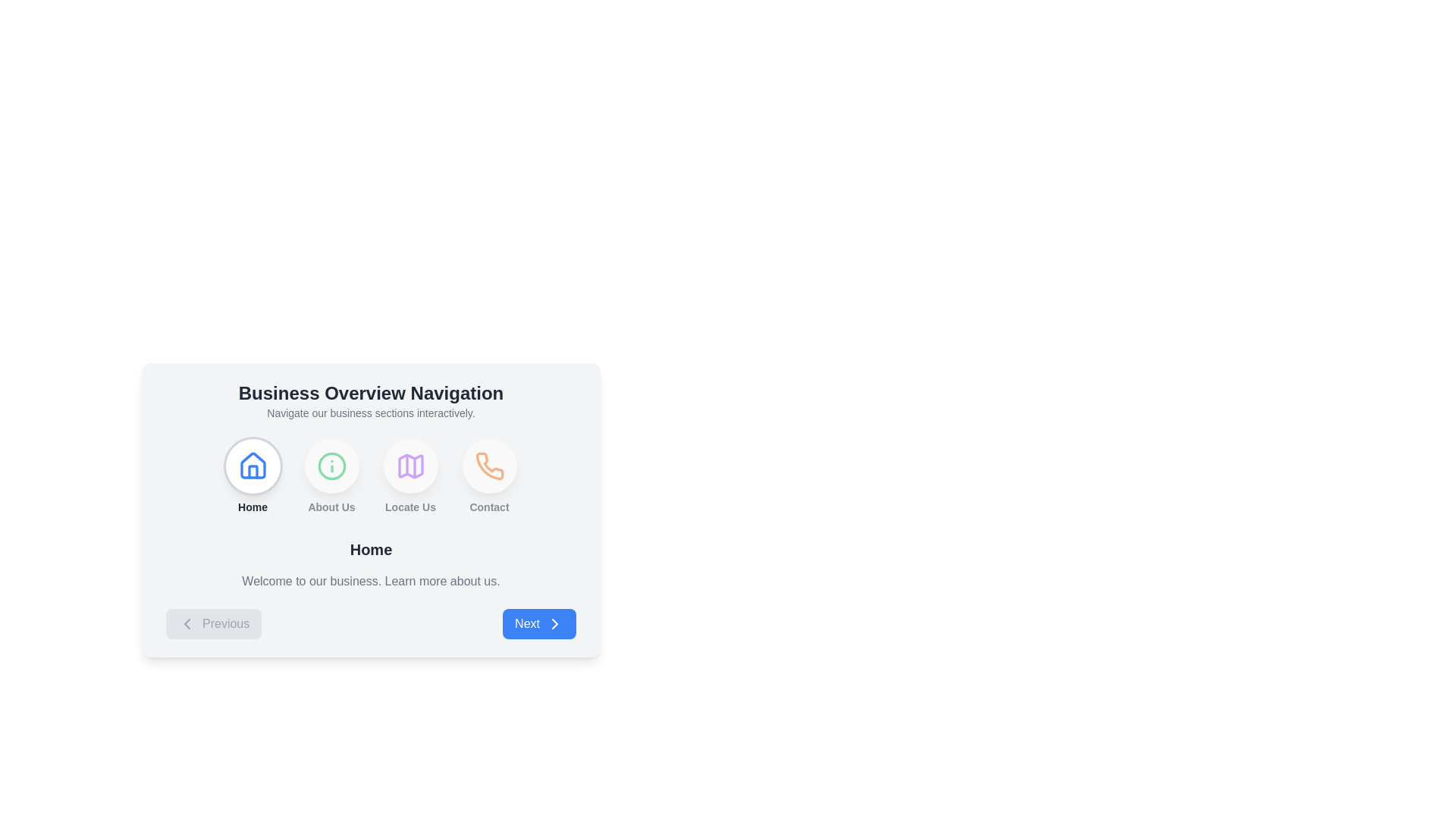 The height and width of the screenshot is (819, 1456). Describe the element at coordinates (253, 465) in the screenshot. I see `the first circular navigation button in the horizontal list` at that location.